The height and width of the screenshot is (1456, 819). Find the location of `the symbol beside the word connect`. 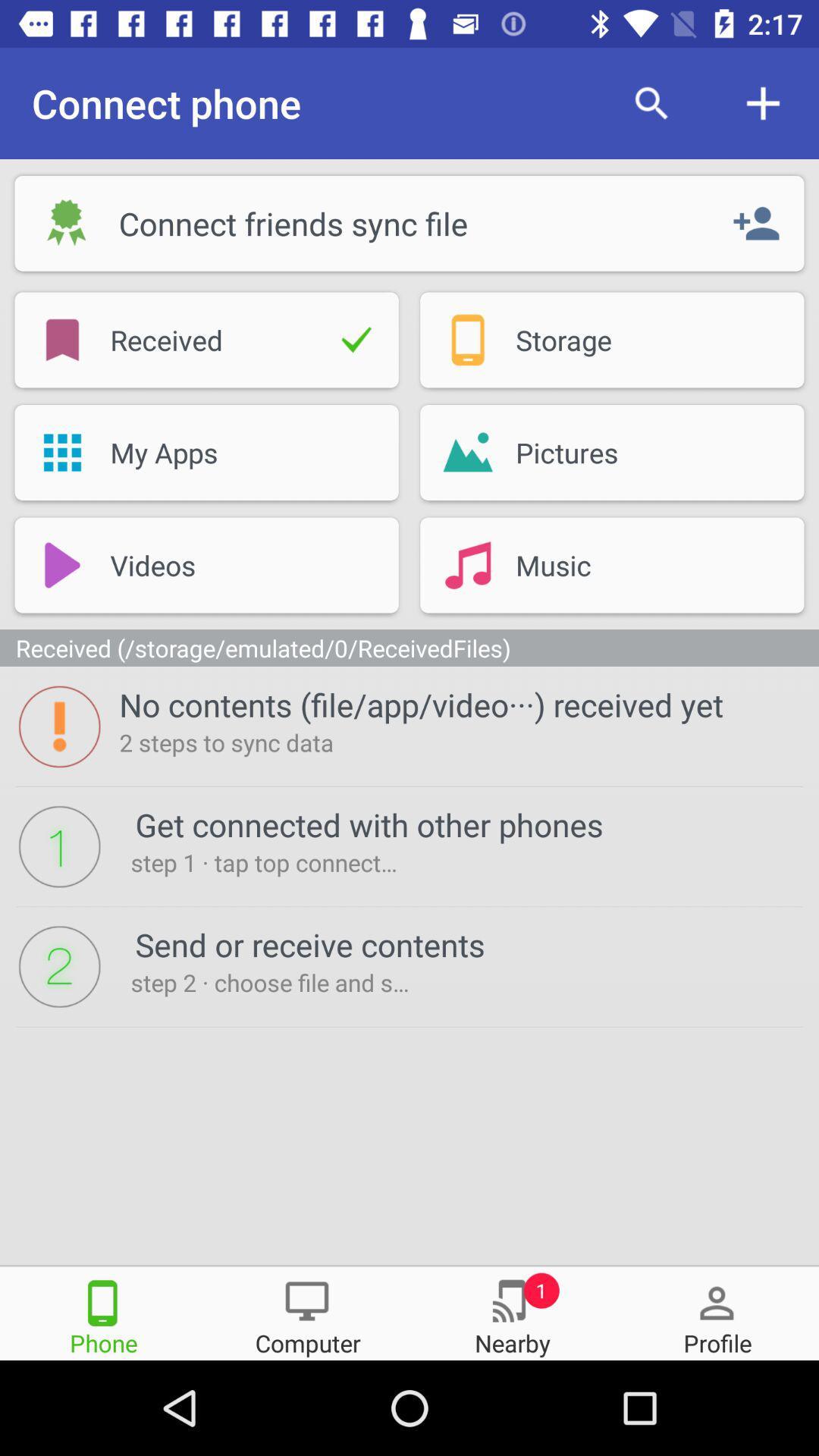

the symbol beside the word connect is located at coordinates (66, 222).